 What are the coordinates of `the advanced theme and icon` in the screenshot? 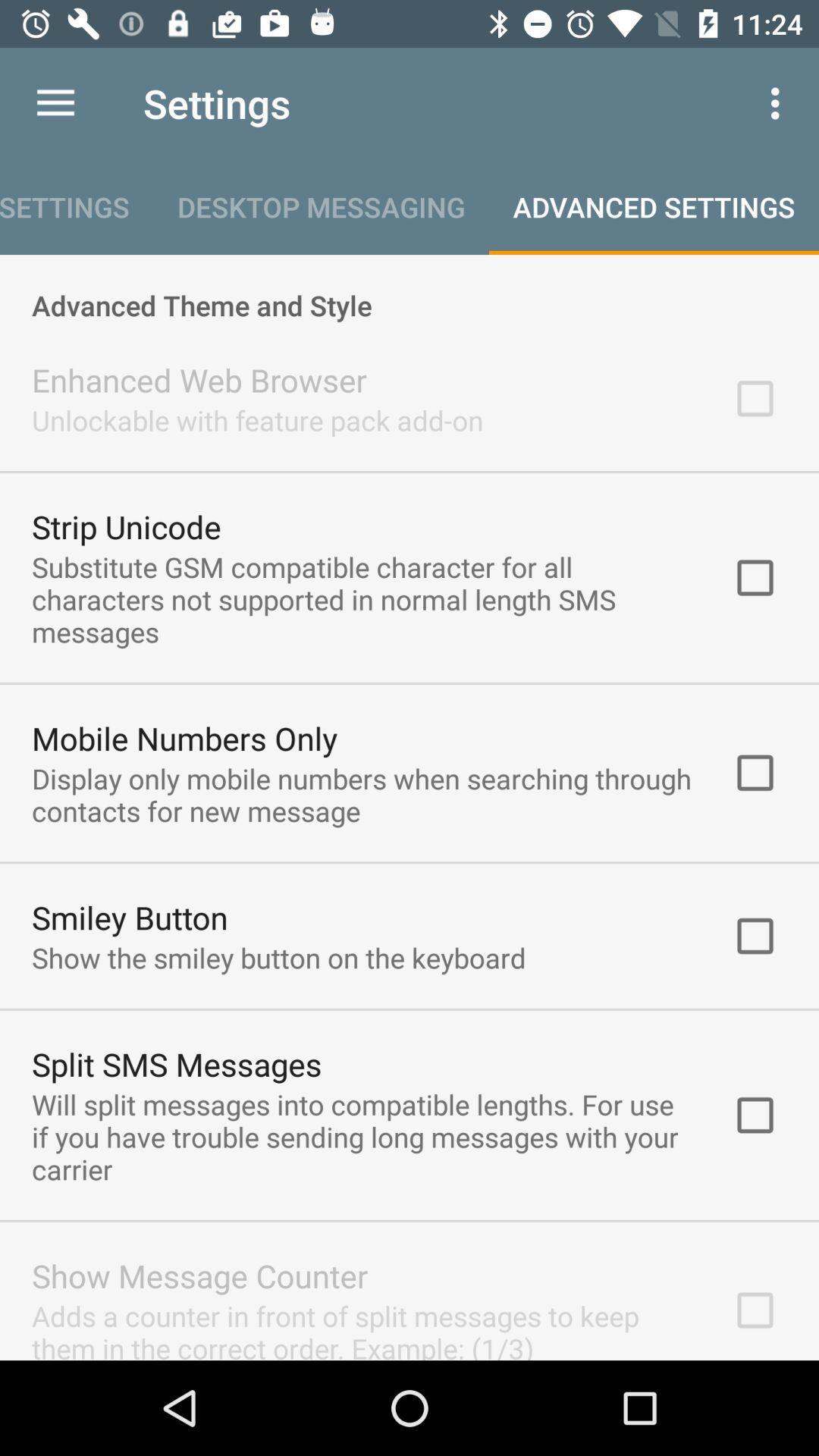 It's located at (409, 289).